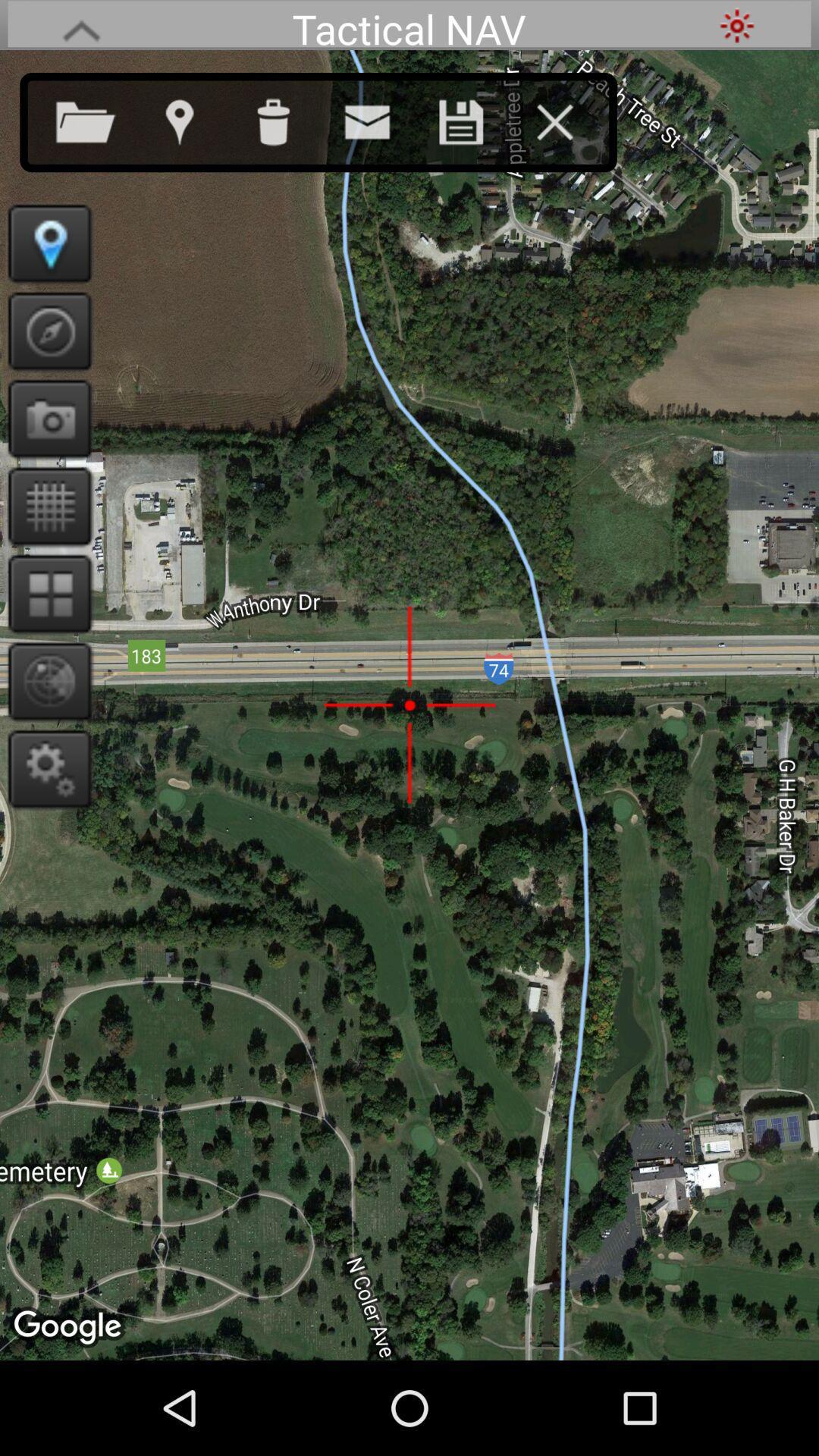 The image size is (819, 1456). Describe the element at coordinates (44, 822) in the screenshot. I see `the settings icon` at that location.